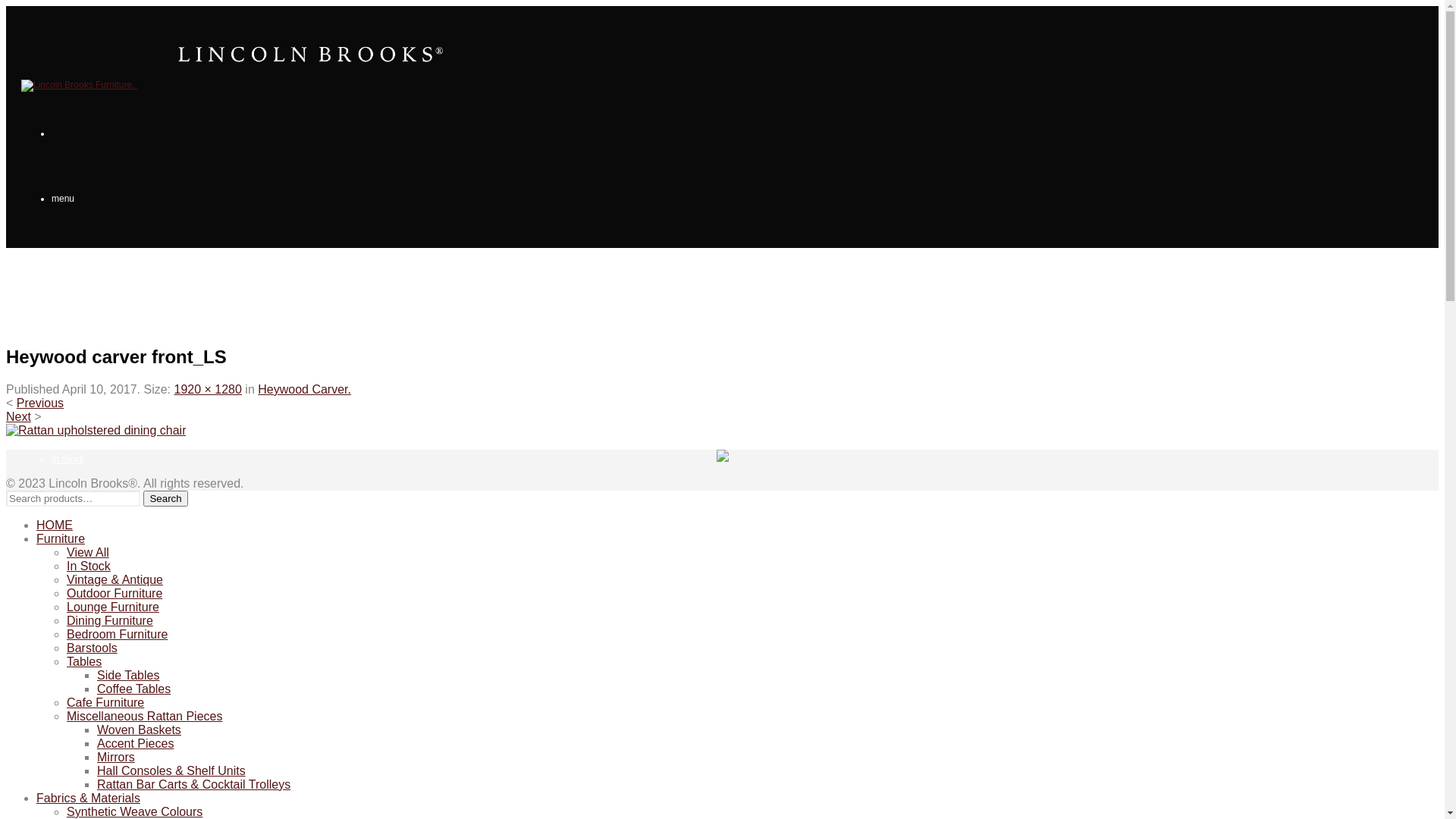 The width and height of the screenshot is (1456, 819). What do you see at coordinates (61, 538) in the screenshot?
I see `'Furniture'` at bounding box center [61, 538].